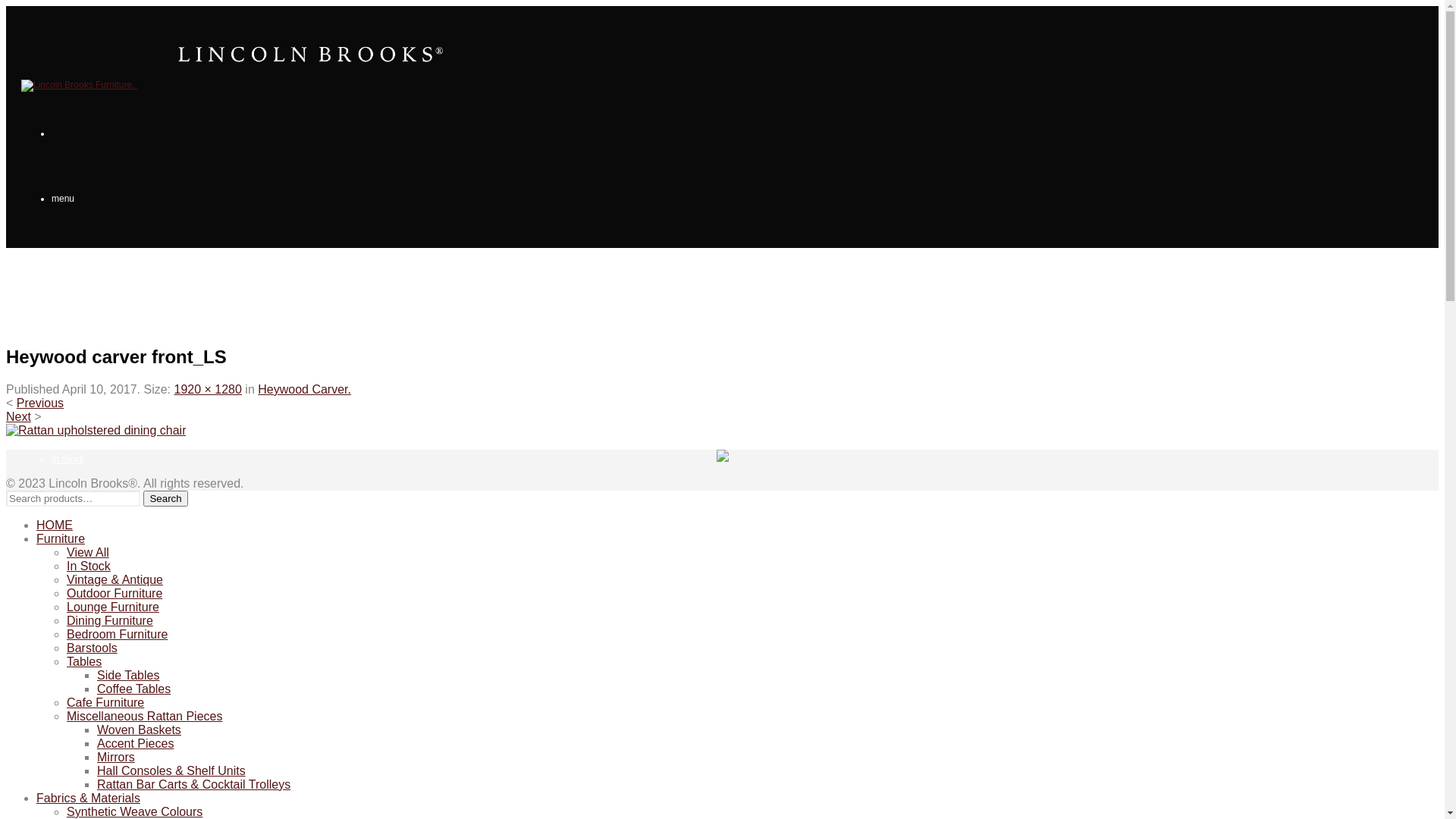 The width and height of the screenshot is (1456, 819). What do you see at coordinates (61, 538) in the screenshot?
I see `'Furniture'` at bounding box center [61, 538].